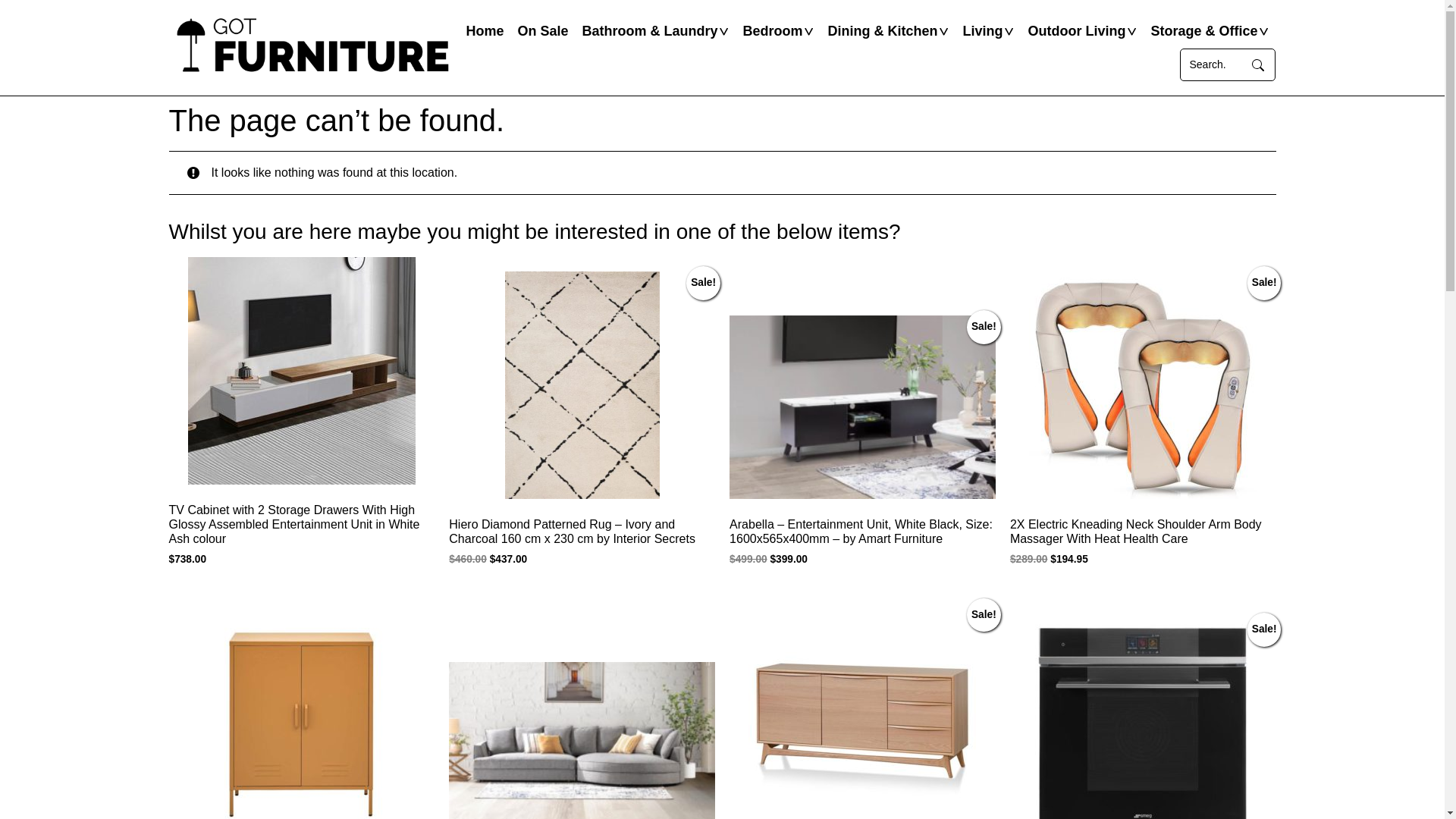 The image size is (1456, 819). What do you see at coordinates (1211, 64) in the screenshot?
I see `'Search'` at bounding box center [1211, 64].